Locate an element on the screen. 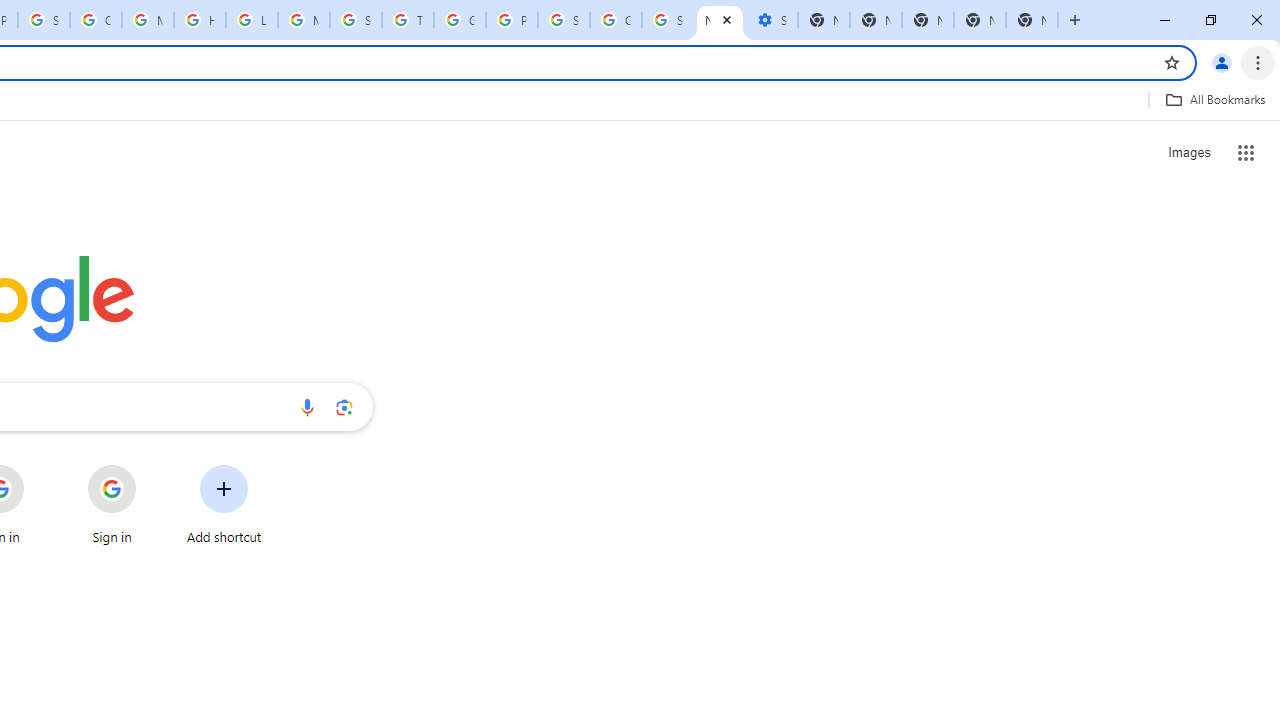  'New Tab' is located at coordinates (979, 20).